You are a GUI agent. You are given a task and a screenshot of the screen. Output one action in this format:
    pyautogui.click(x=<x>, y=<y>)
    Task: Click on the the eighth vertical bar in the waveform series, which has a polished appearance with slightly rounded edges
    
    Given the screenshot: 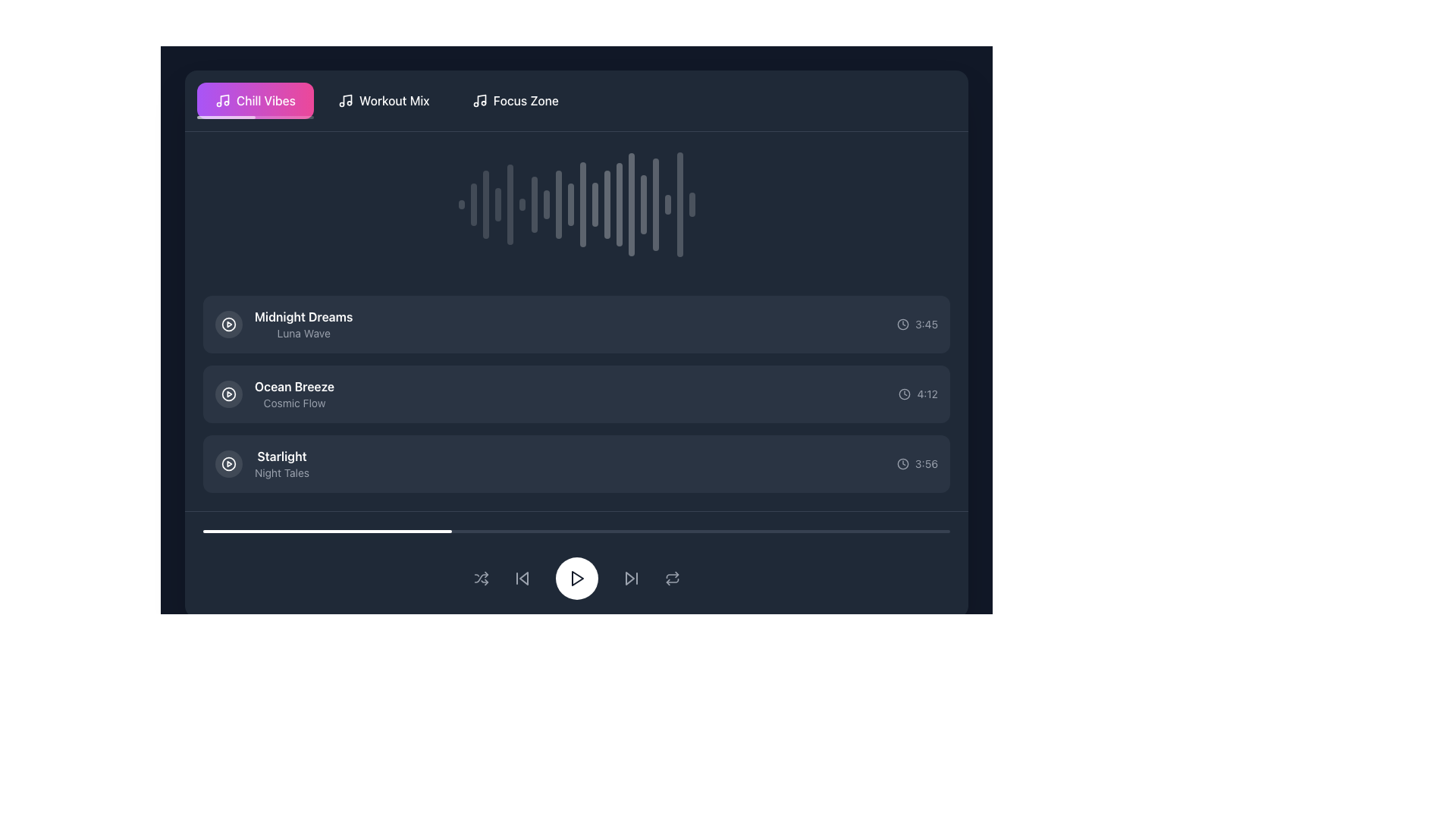 What is the action you would take?
    pyautogui.click(x=546, y=205)
    